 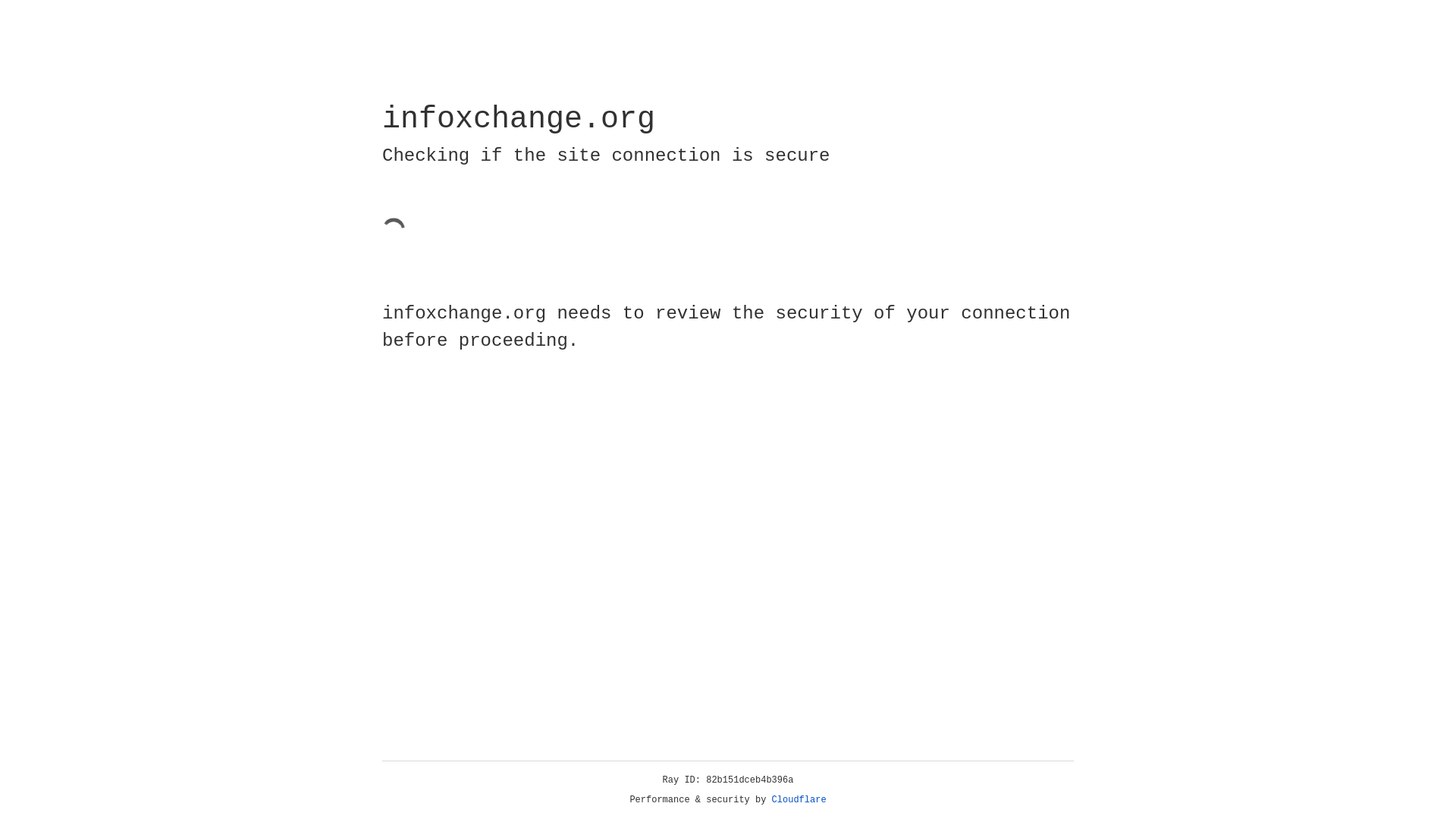 I want to click on 'Cloudflare', so click(x=771, y=799).